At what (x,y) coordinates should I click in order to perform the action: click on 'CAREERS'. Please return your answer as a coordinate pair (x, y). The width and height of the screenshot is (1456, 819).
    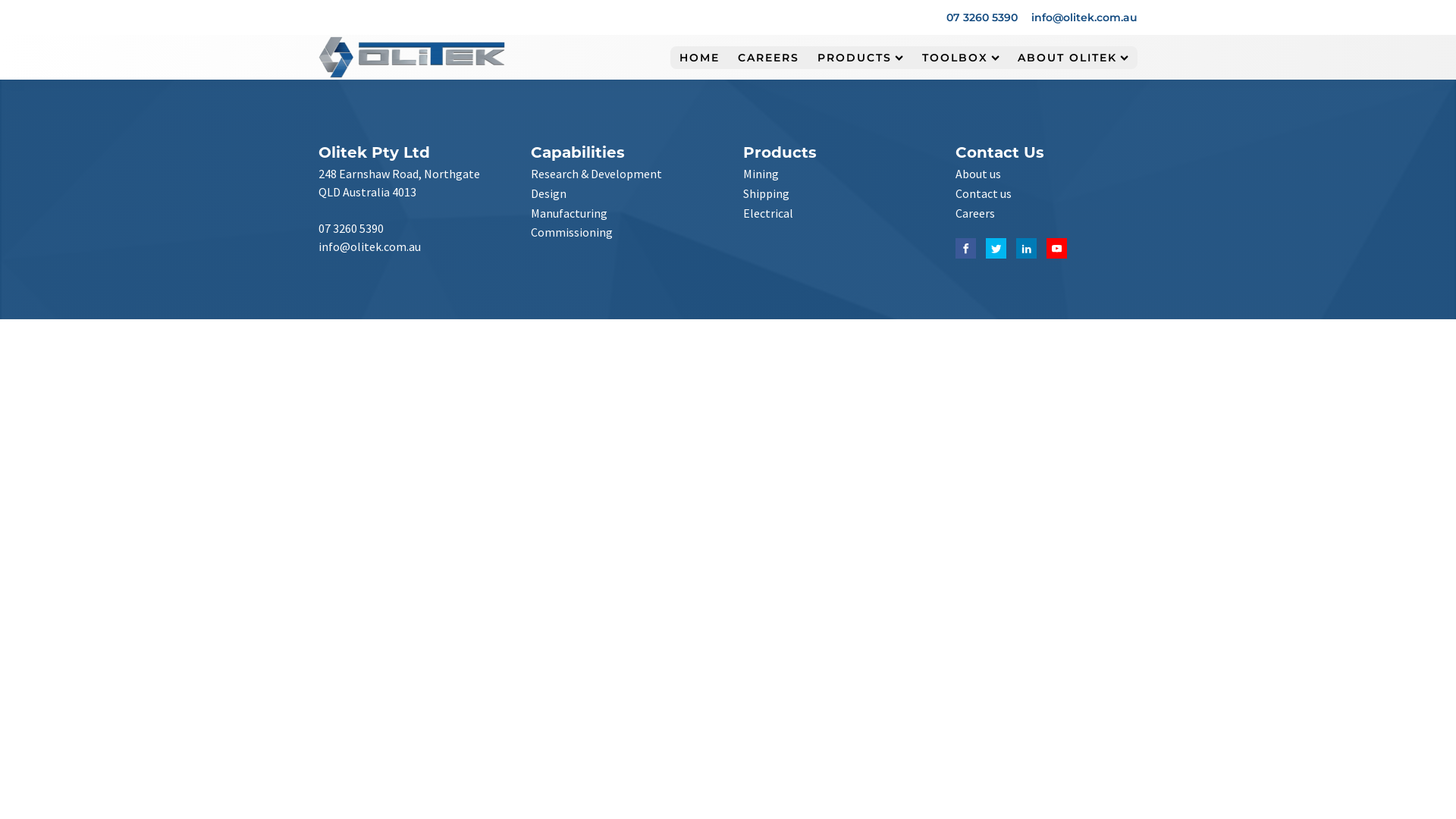
    Looking at the image, I should click on (768, 57).